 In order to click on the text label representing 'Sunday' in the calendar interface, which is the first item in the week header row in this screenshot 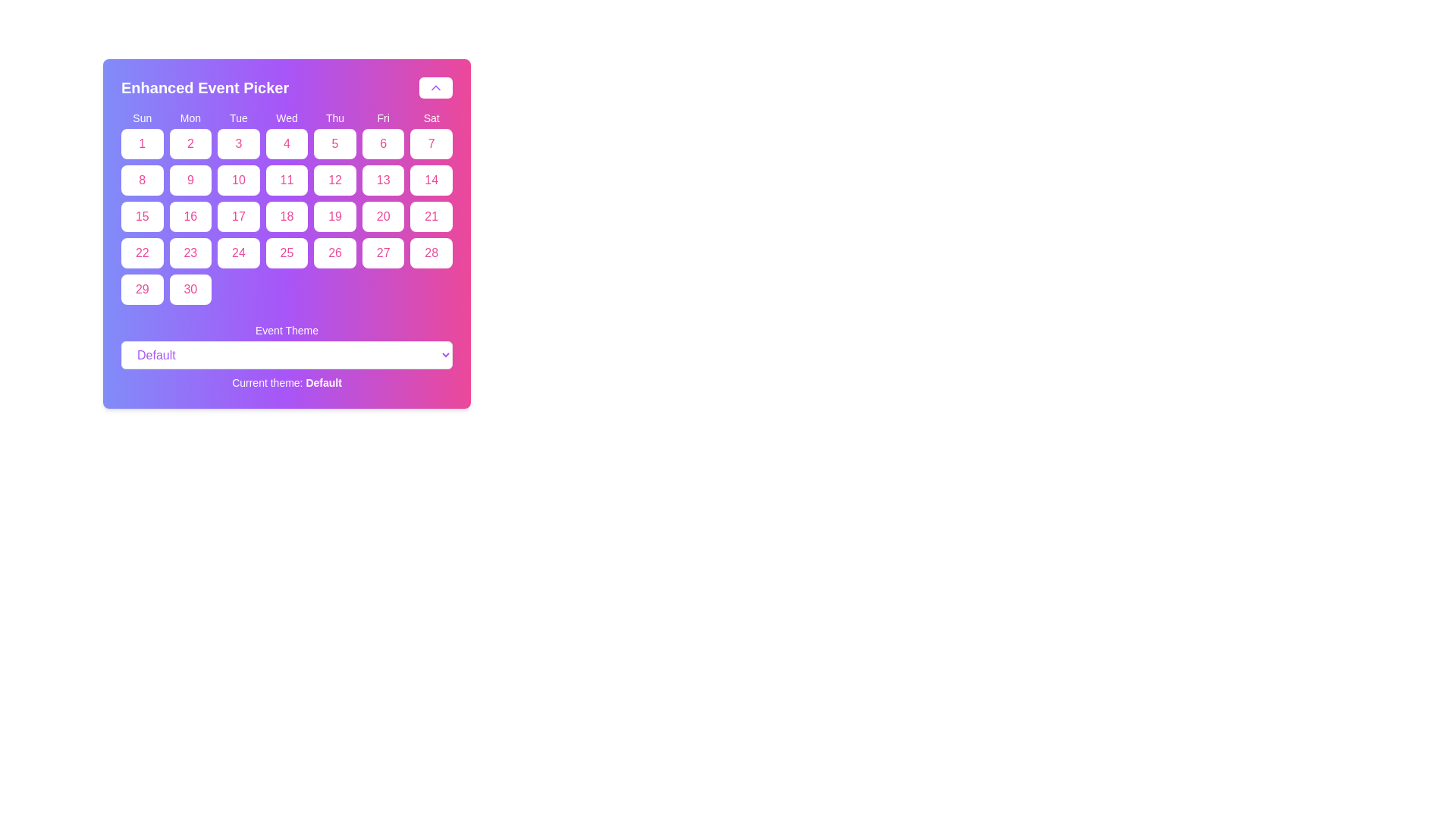, I will do `click(142, 117)`.